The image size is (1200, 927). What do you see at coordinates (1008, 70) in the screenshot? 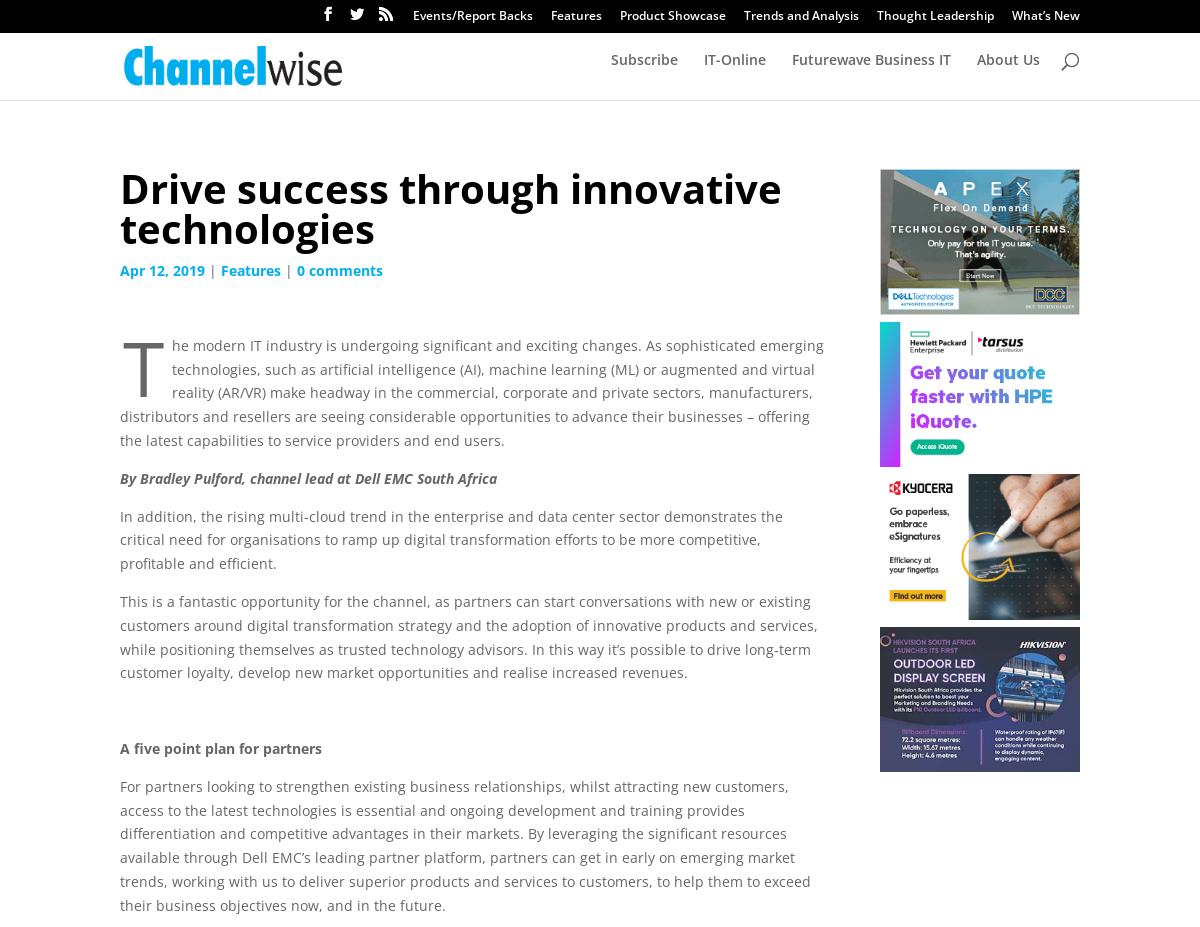
I see `'About Us'` at bounding box center [1008, 70].